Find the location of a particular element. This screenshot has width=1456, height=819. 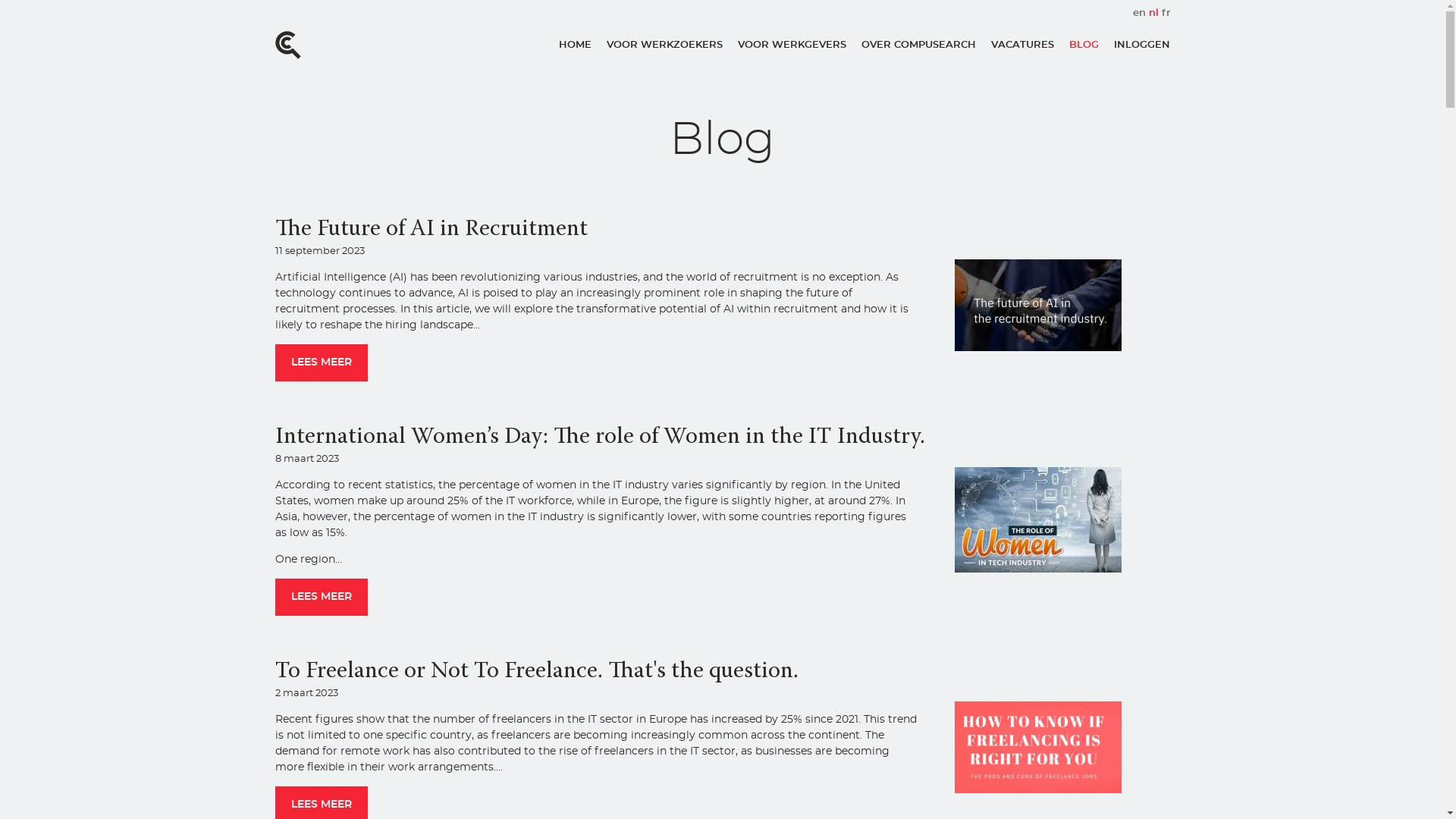

'VOOR WERKZOEKERS' is located at coordinates (607, 44).